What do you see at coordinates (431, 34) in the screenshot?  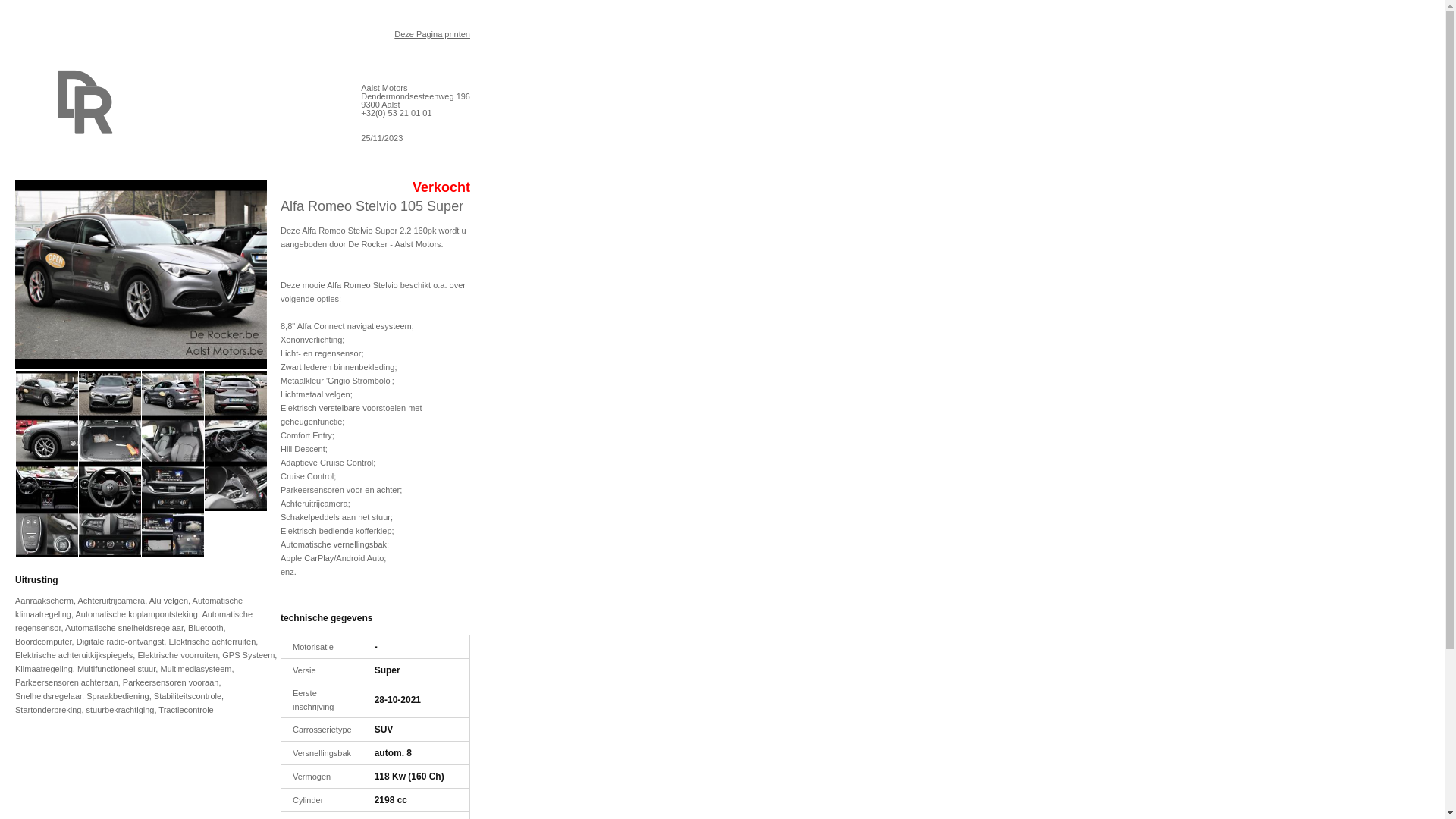 I see `'Deze Pagina printen'` at bounding box center [431, 34].